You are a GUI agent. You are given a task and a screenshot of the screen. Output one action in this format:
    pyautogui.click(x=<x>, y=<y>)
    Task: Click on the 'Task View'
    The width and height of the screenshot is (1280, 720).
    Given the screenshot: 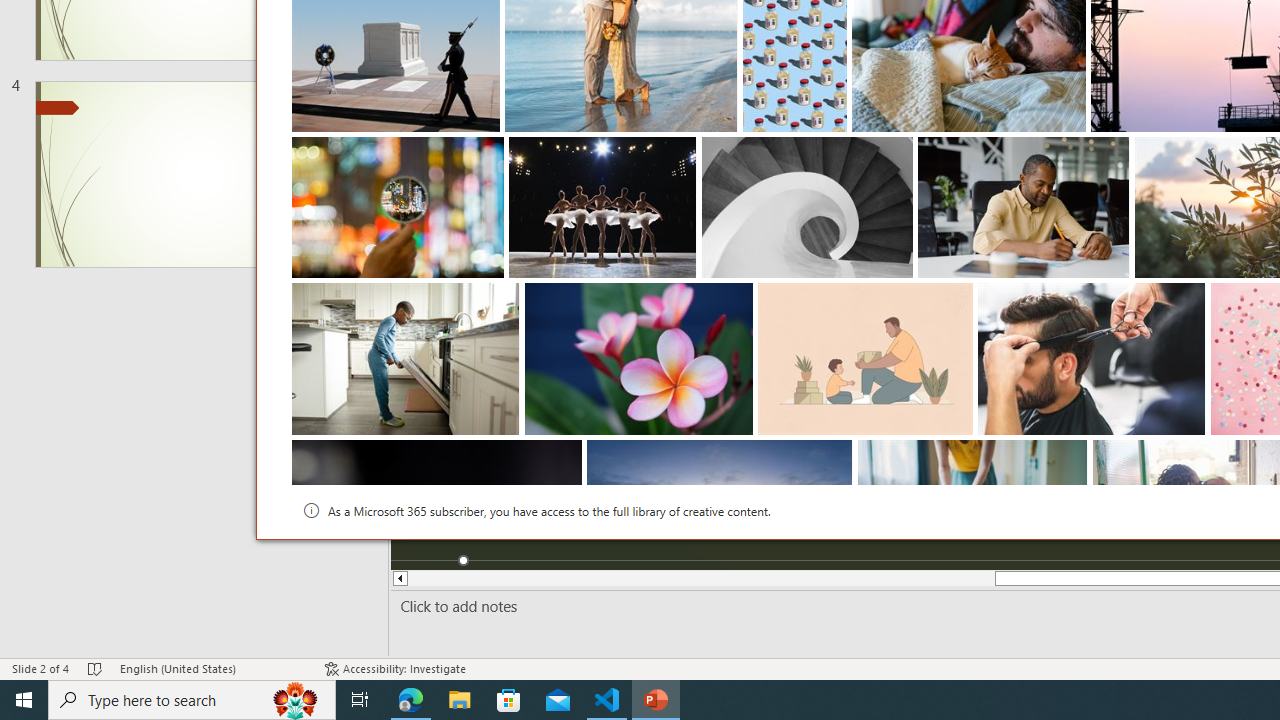 What is the action you would take?
    pyautogui.click(x=359, y=698)
    